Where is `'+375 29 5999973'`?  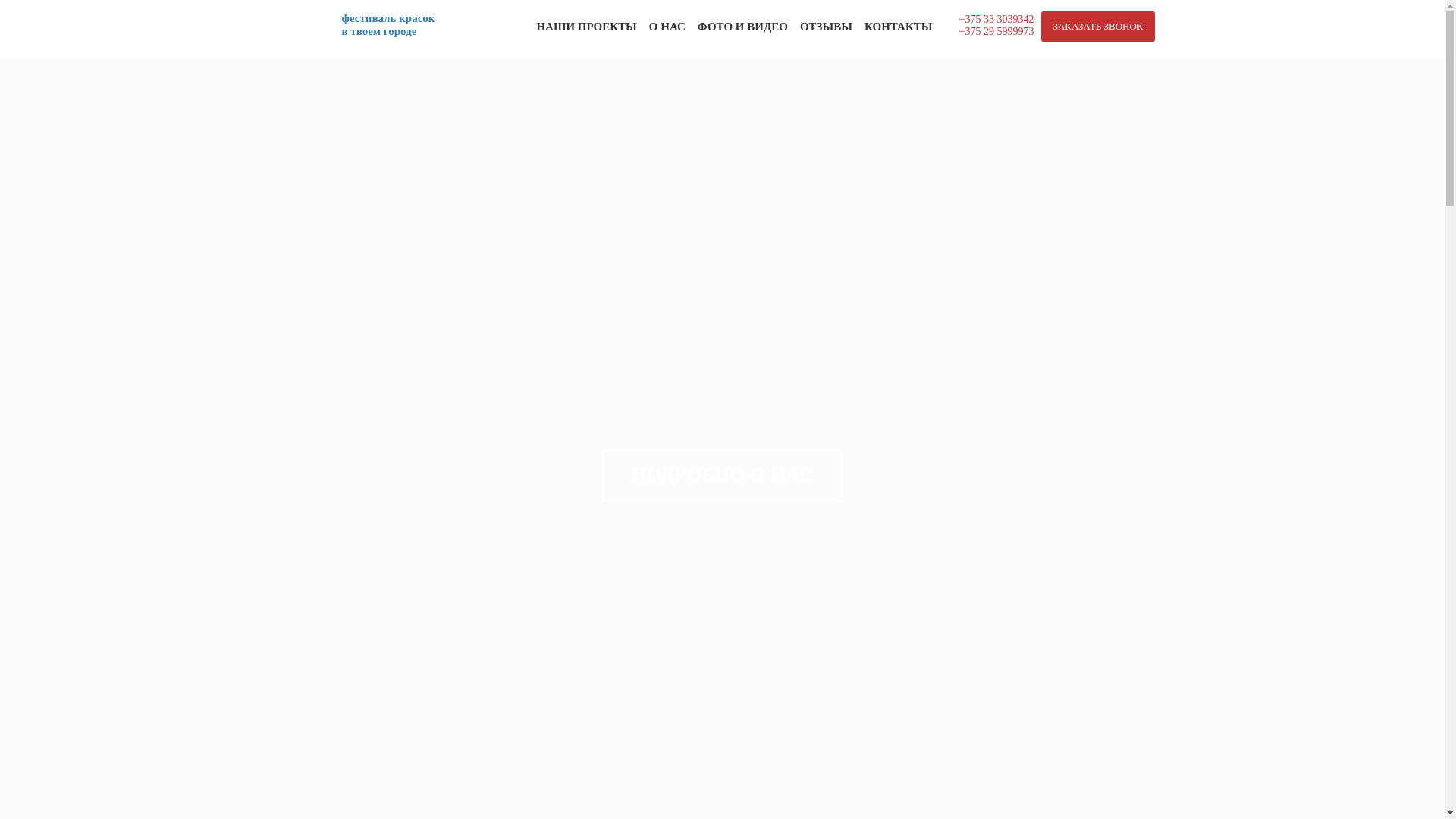 '+375 29 5999973' is located at coordinates (996, 31).